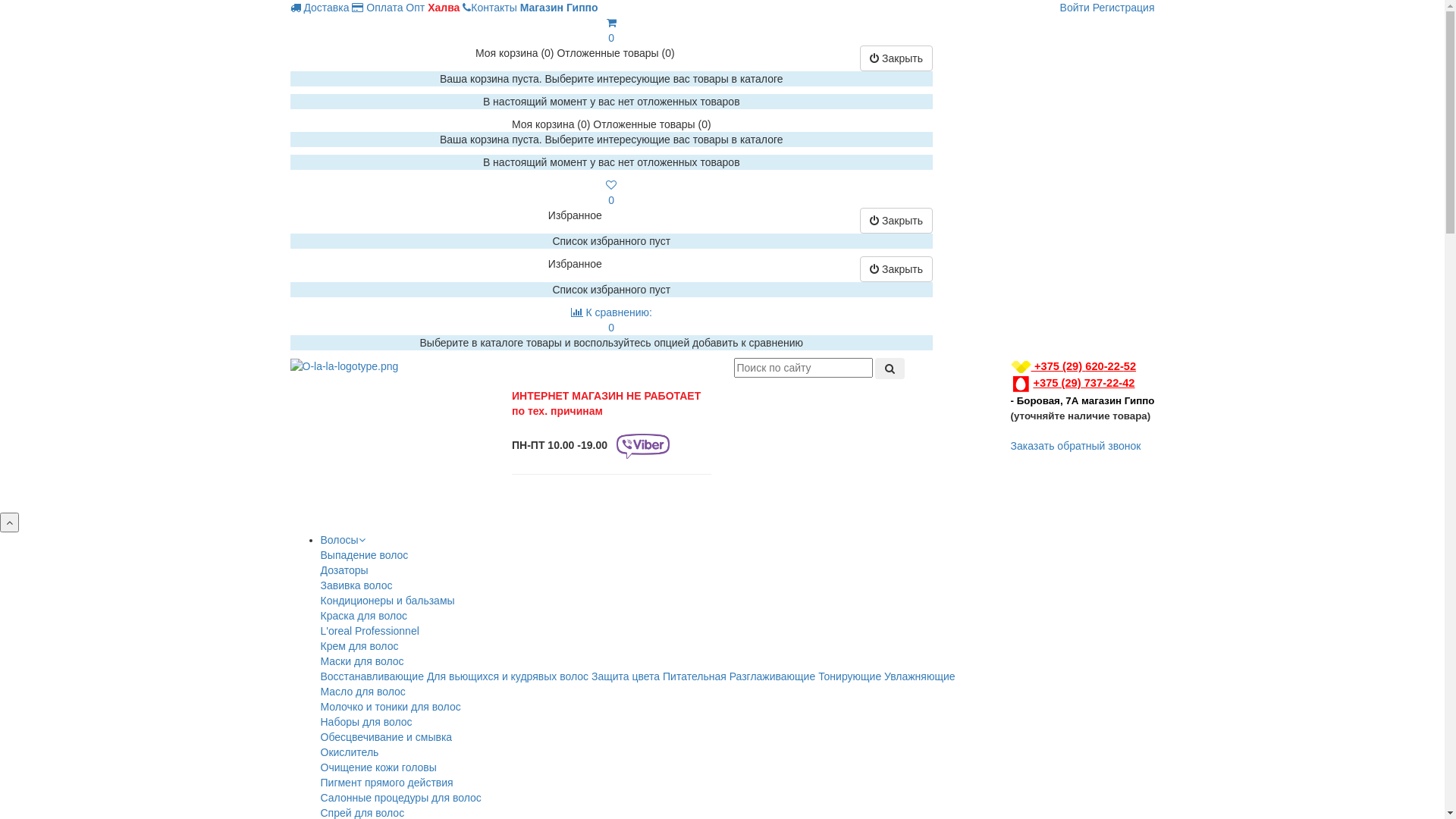 This screenshot has width=1456, height=819. Describe the element at coordinates (643, 445) in the screenshot. I see `'viber.png'` at that location.